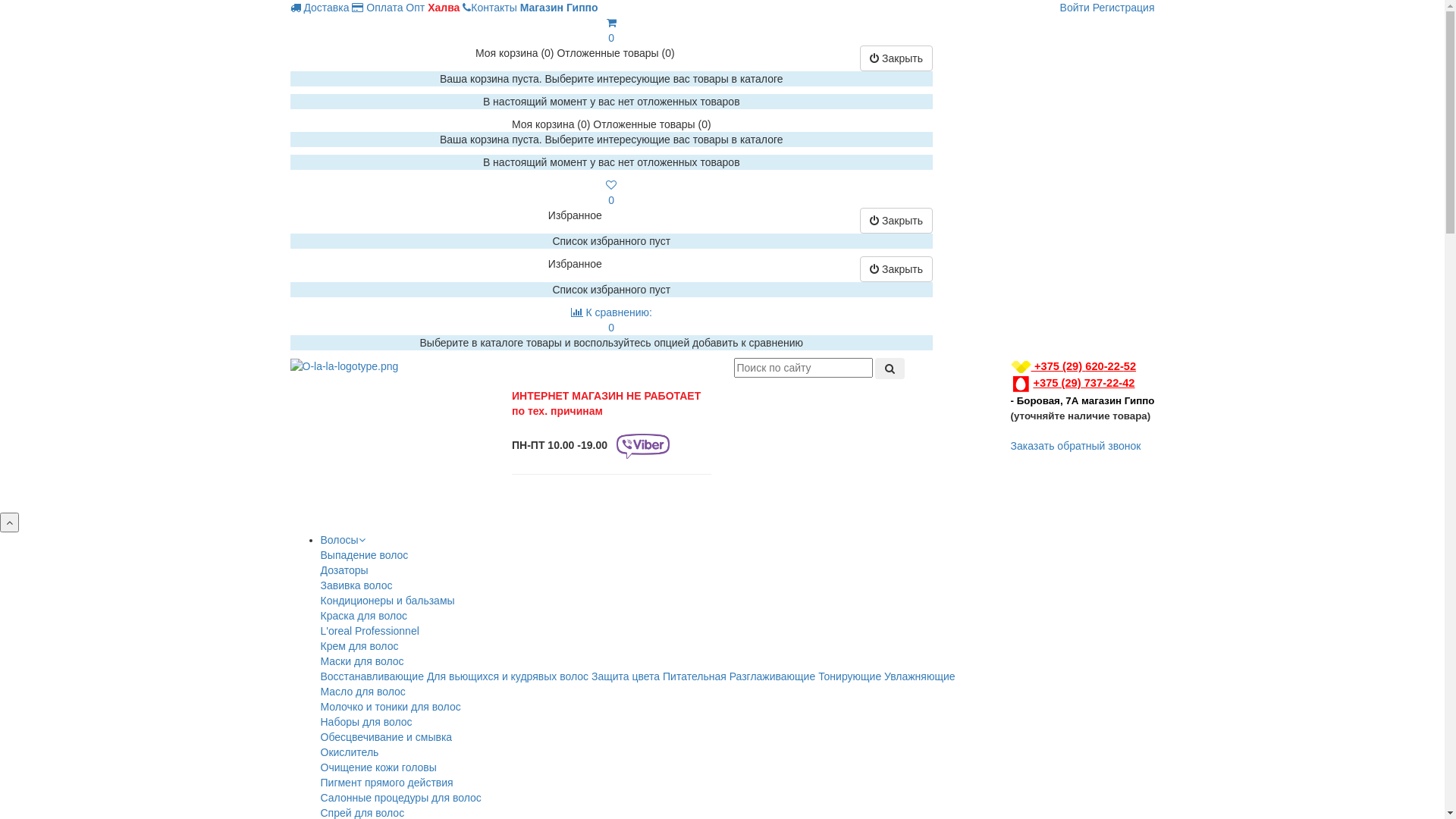 This screenshot has width=1456, height=819. Describe the element at coordinates (643, 445) in the screenshot. I see `'viber.png'` at that location.